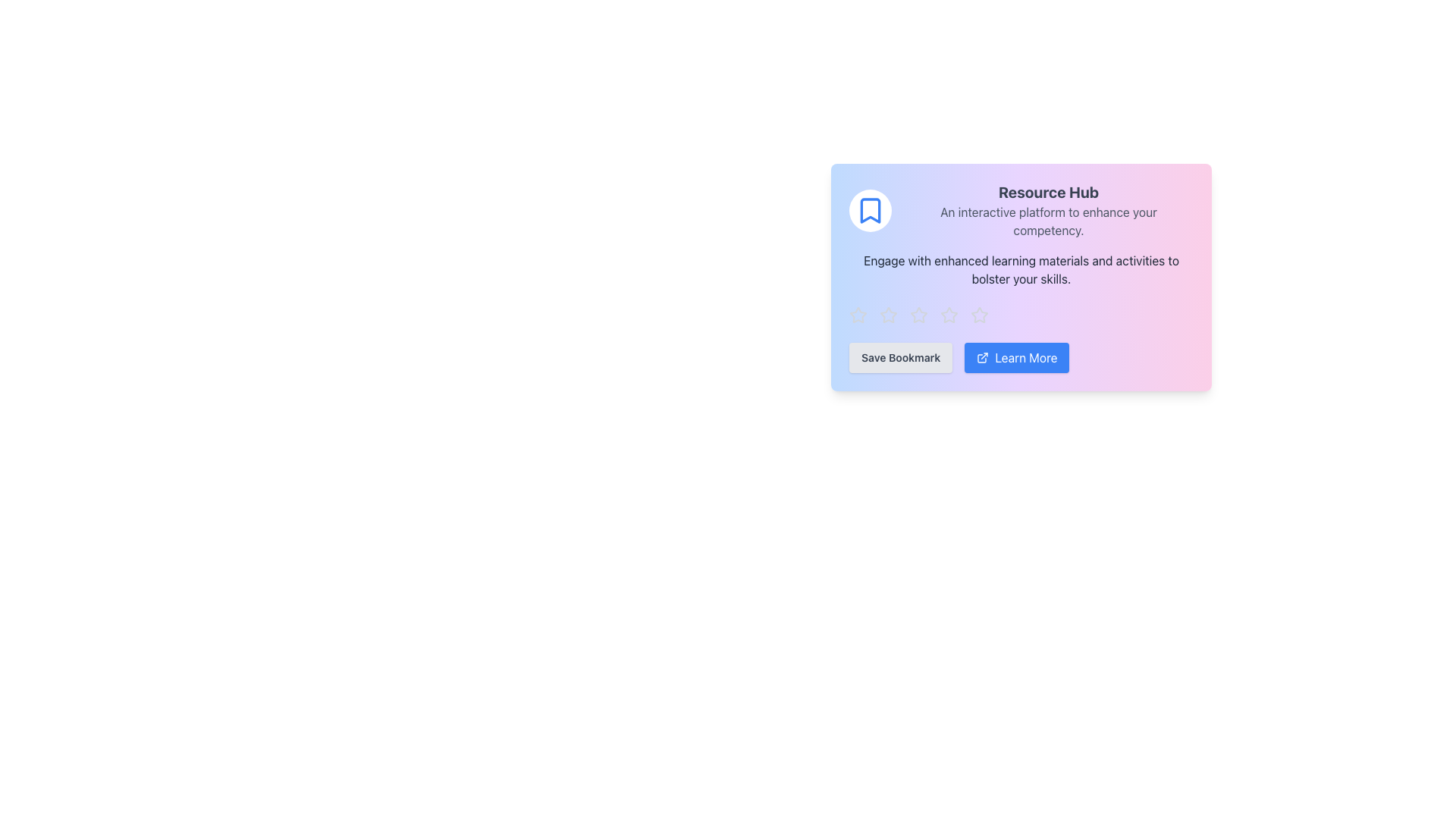 Image resolution: width=1456 pixels, height=819 pixels. I want to click on the second star icon in the 5-star rating system for keyboard navigation, so click(949, 314).